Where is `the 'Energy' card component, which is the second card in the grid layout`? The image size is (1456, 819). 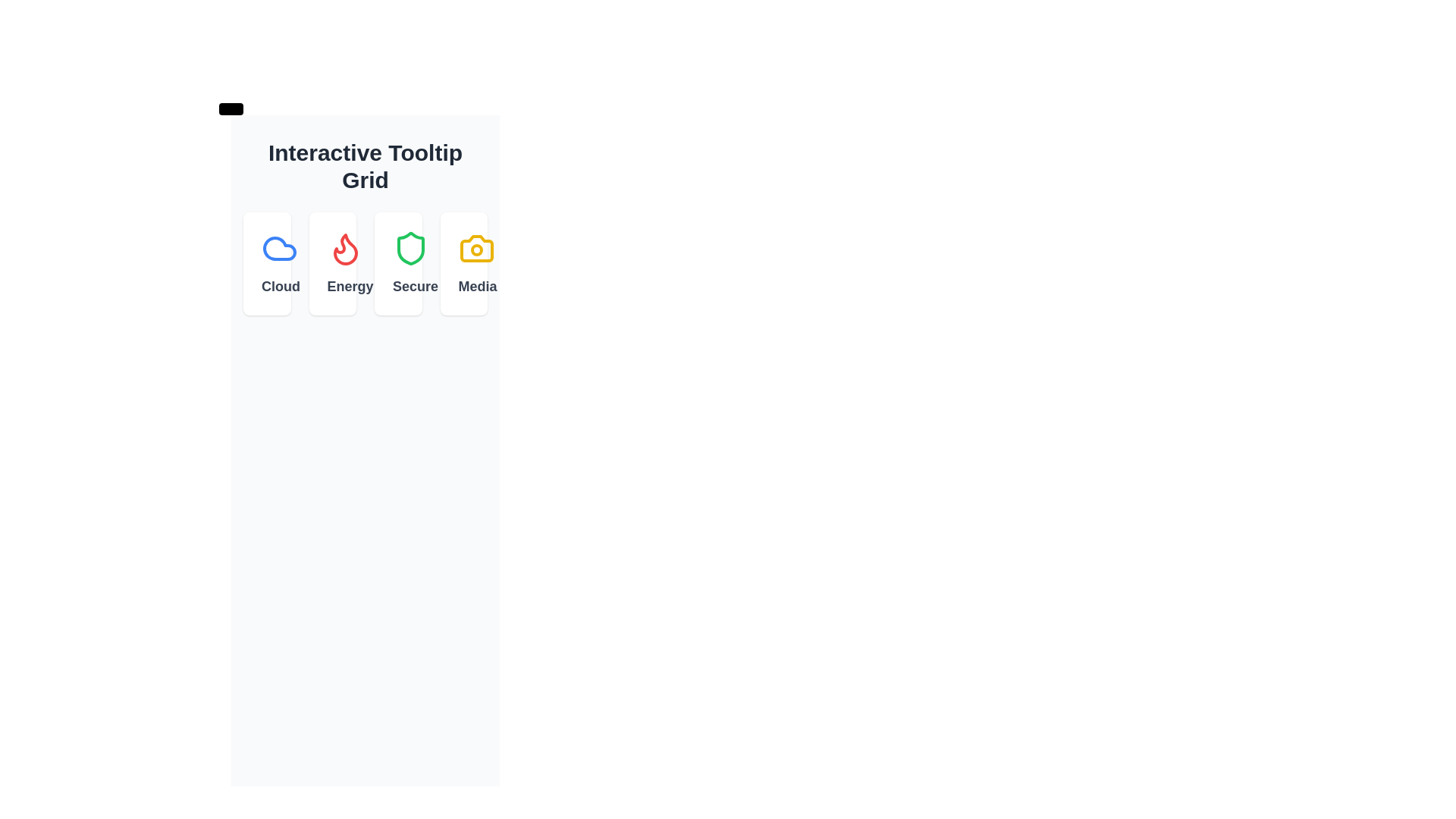
the 'Energy' card component, which is the second card in the grid layout is located at coordinates (331, 262).